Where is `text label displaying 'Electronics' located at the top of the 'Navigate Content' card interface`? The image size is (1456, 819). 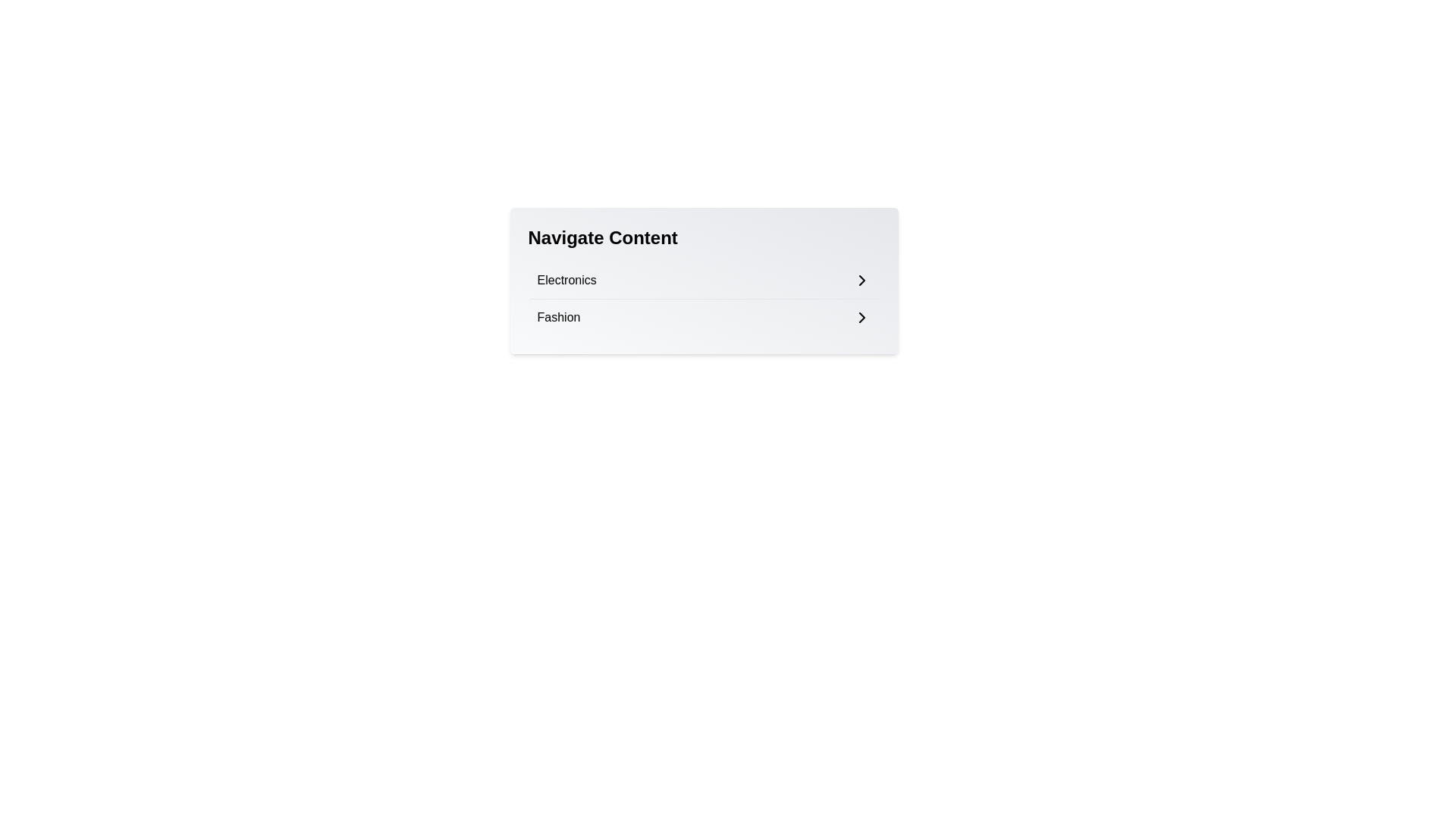 text label displaying 'Electronics' located at the top of the 'Navigate Content' card interface is located at coordinates (566, 281).